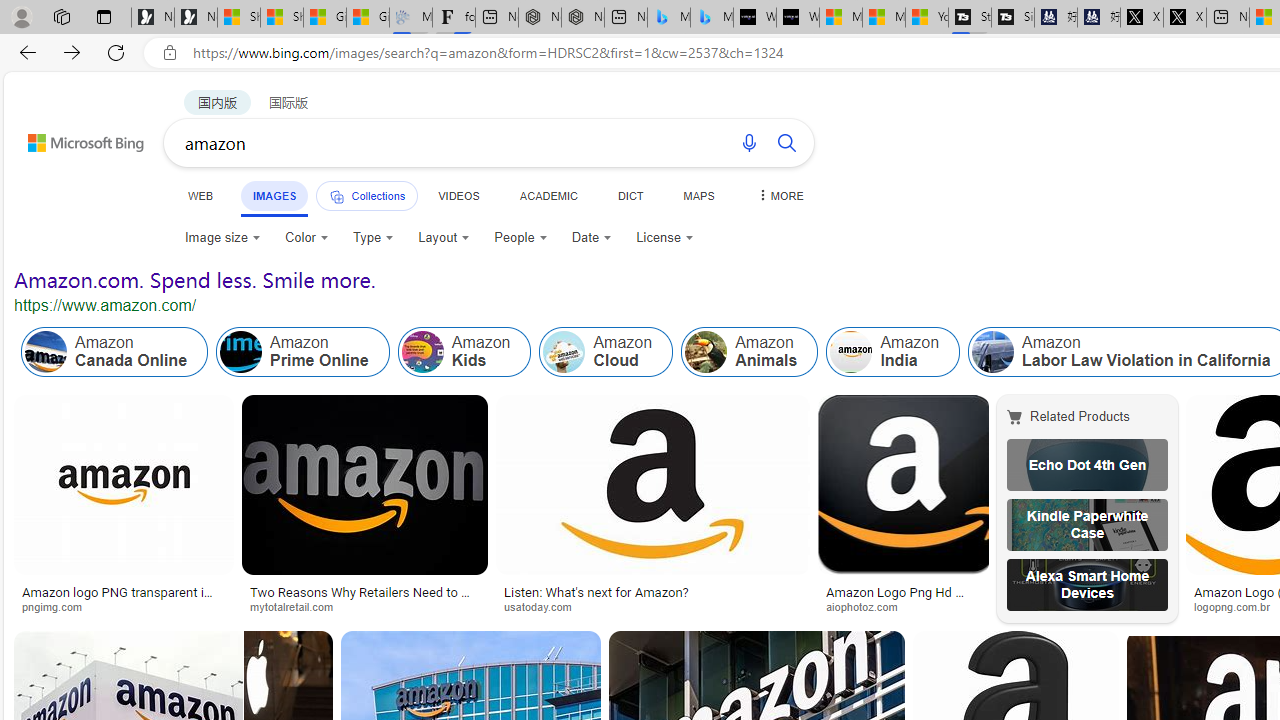 The image size is (1280, 720). What do you see at coordinates (364, 598) in the screenshot?
I see `'Two Reasons Why Retailers Need to Leverage Amazon'` at bounding box center [364, 598].